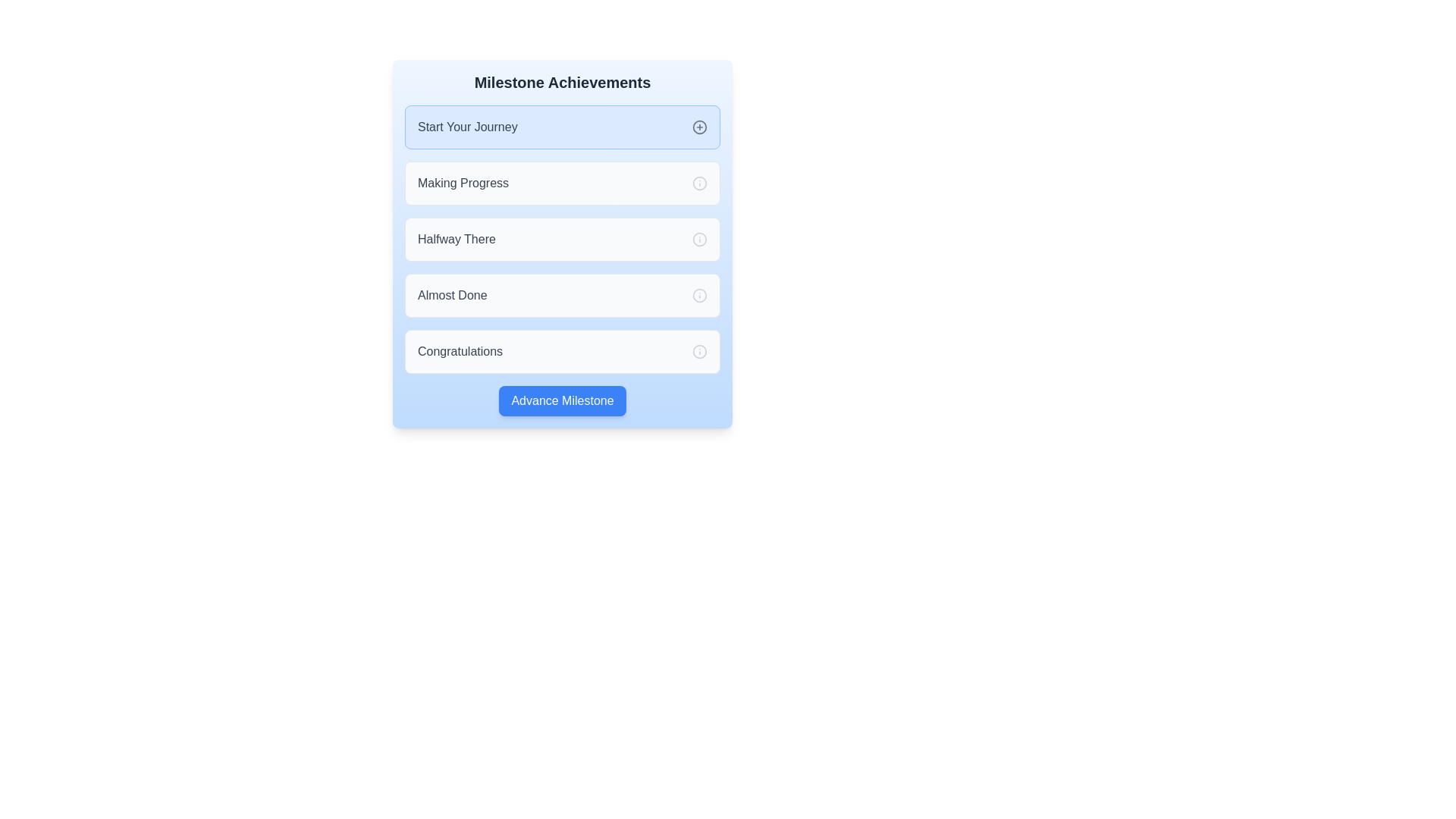 The height and width of the screenshot is (819, 1456). What do you see at coordinates (698, 351) in the screenshot?
I see `the Information icon located to the right of the 'Congratulations' text` at bounding box center [698, 351].